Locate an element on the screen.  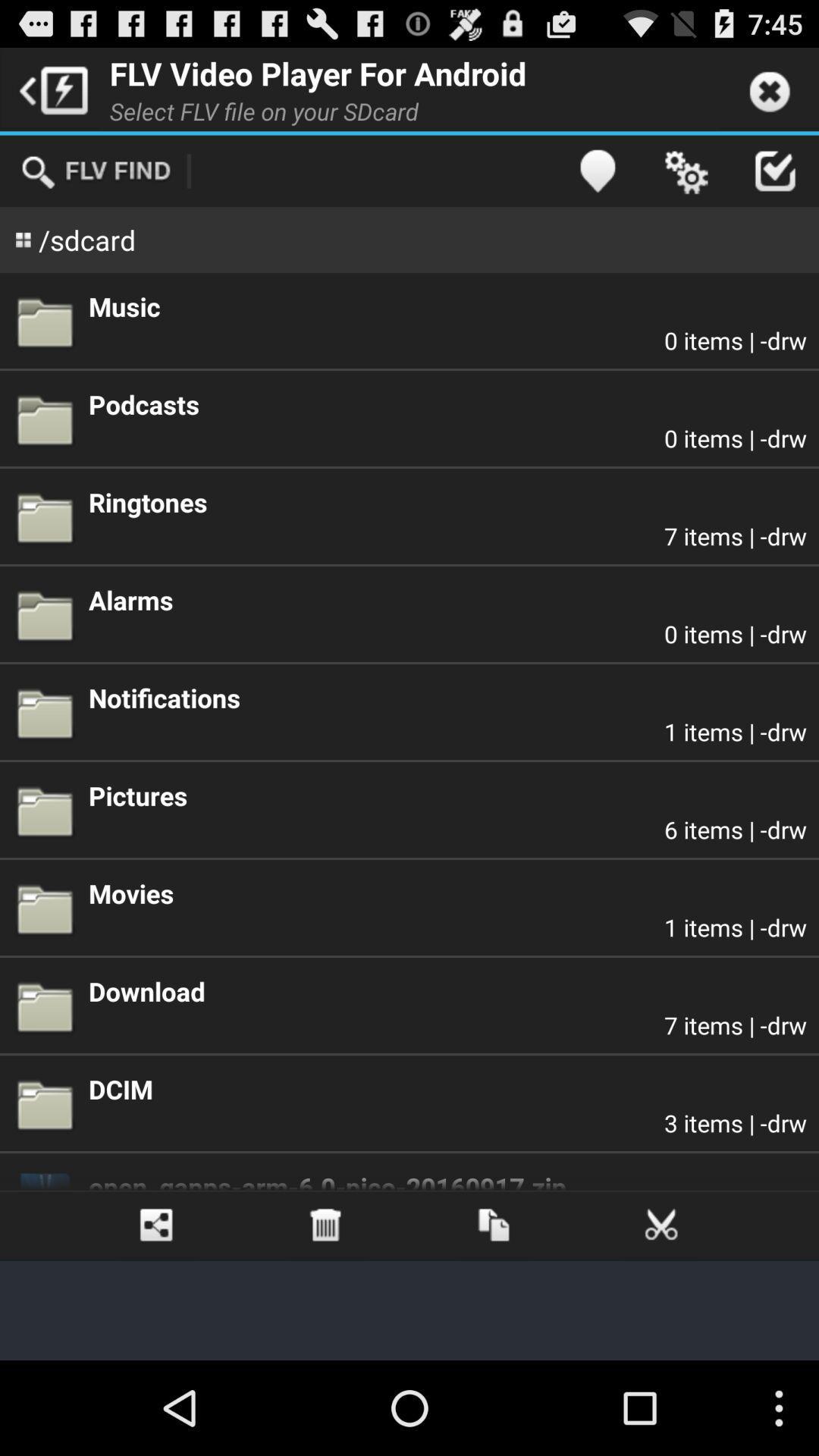
the item below open_gapps arm 6 item is located at coordinates (494, 1225).